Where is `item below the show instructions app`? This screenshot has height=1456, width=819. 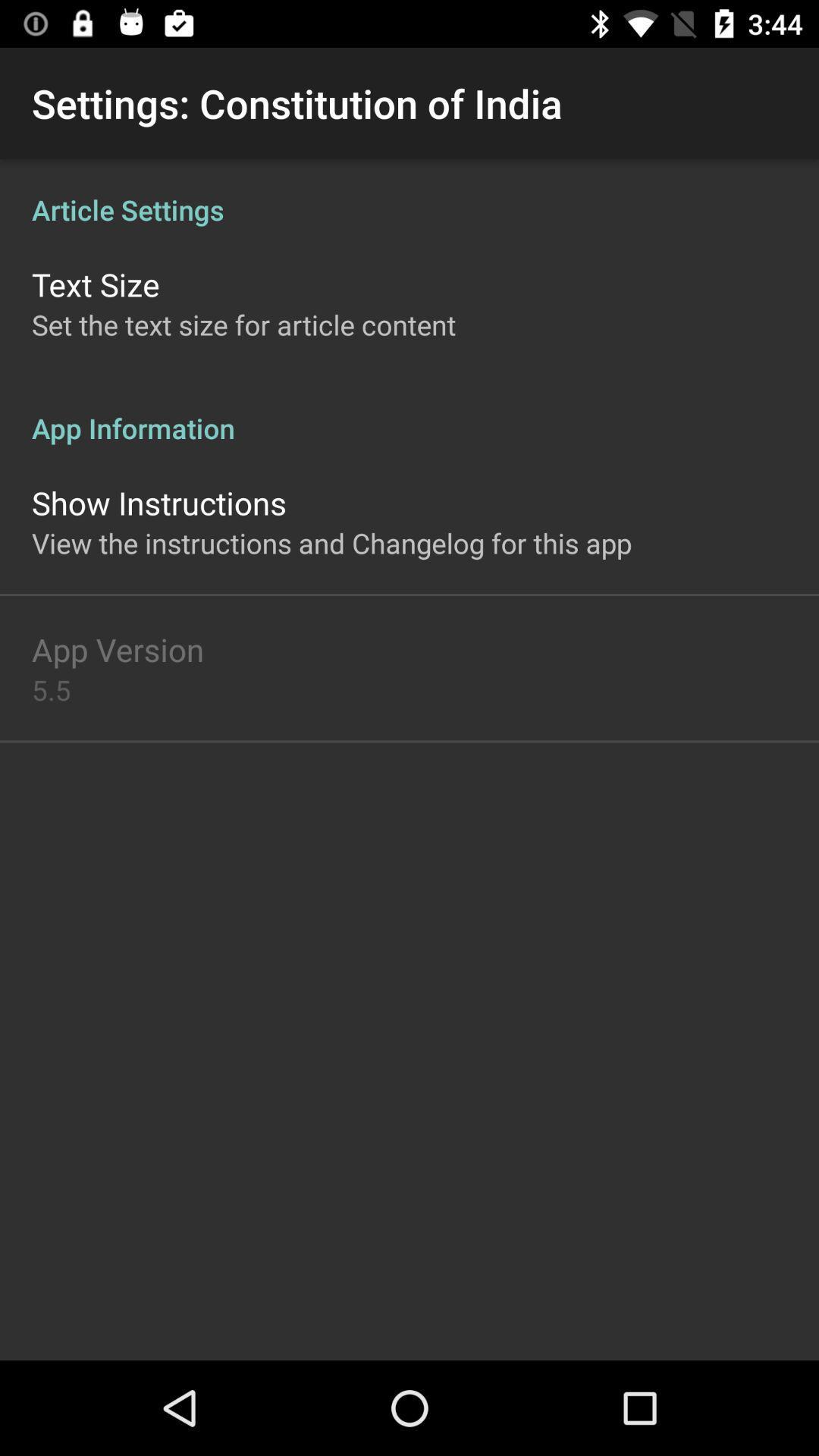
item below the show instructions app is located at coordinates (331, 543).